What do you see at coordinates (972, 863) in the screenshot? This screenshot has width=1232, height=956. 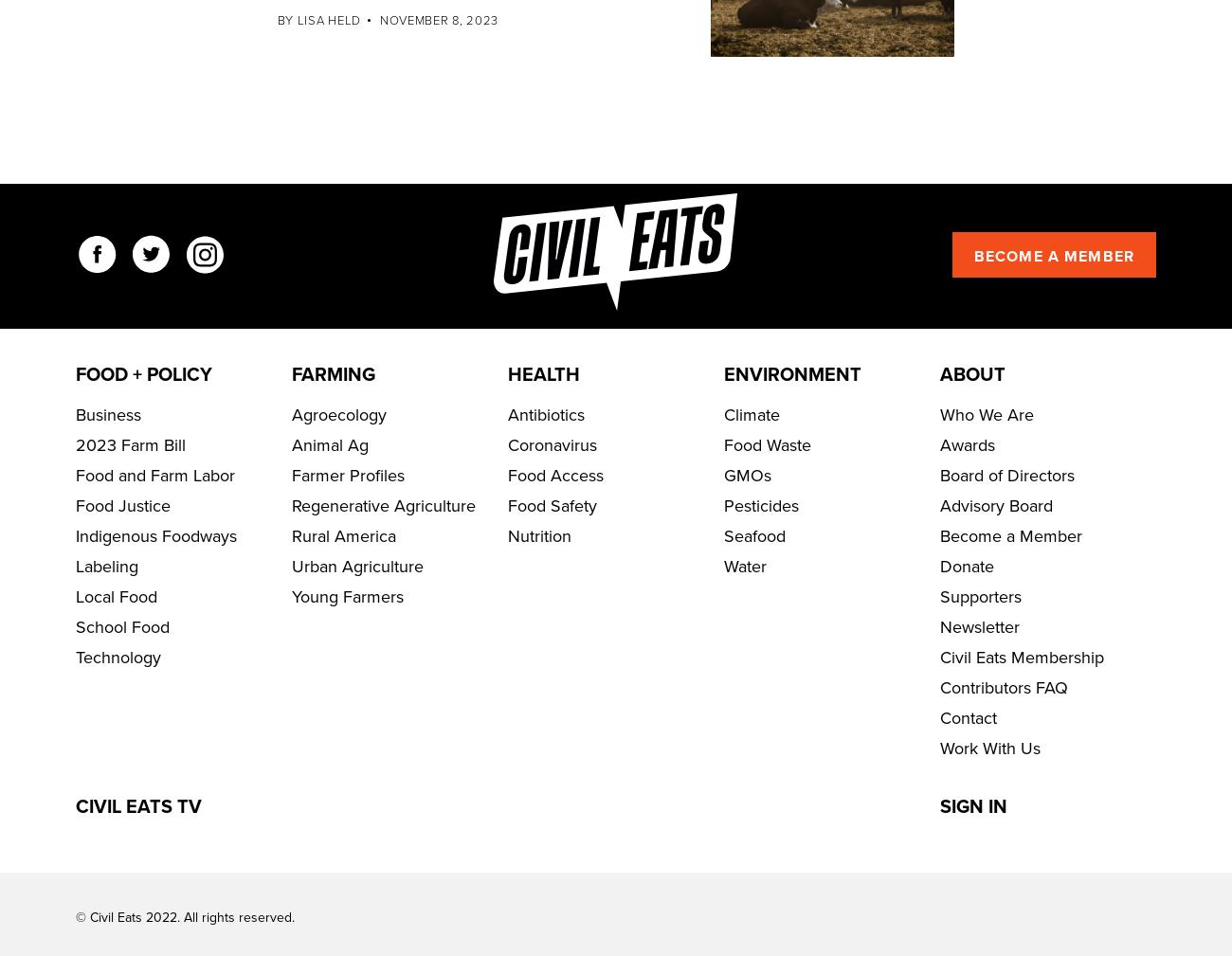 I see `'Sign in'` at bounding box center [972, 863].